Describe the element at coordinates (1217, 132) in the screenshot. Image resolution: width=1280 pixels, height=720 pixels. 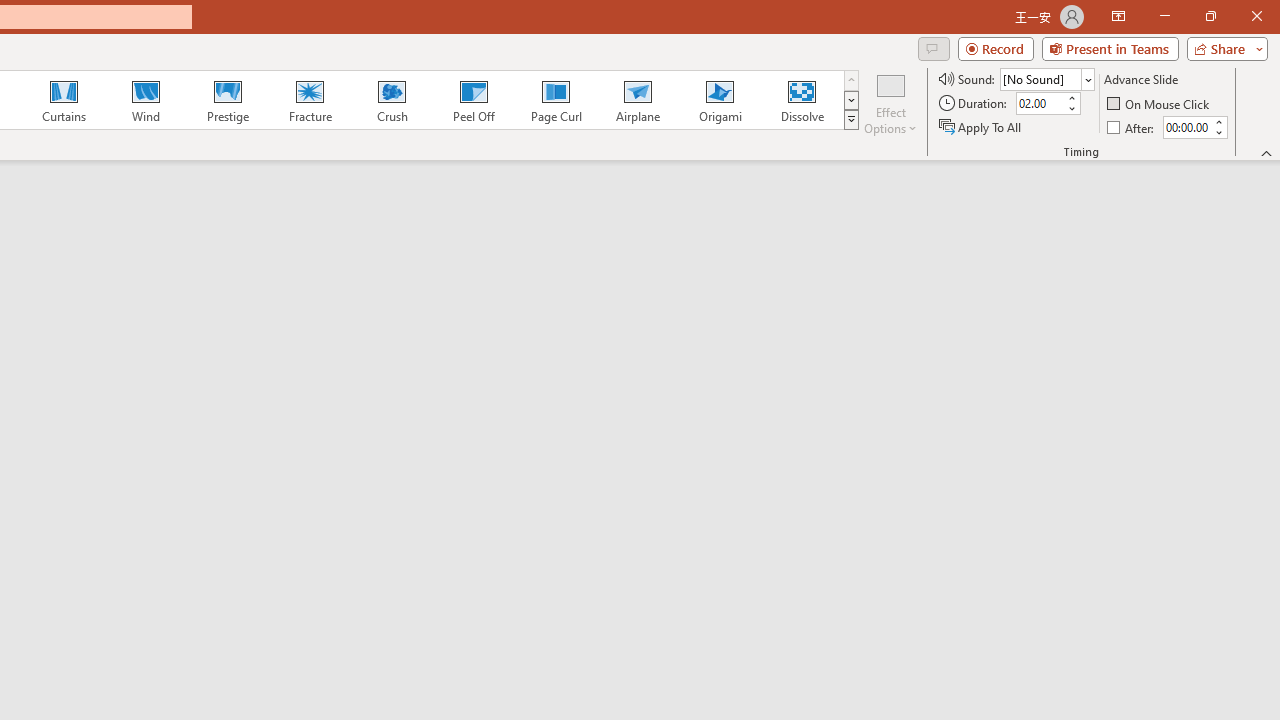
I see `'Less'` at that location.